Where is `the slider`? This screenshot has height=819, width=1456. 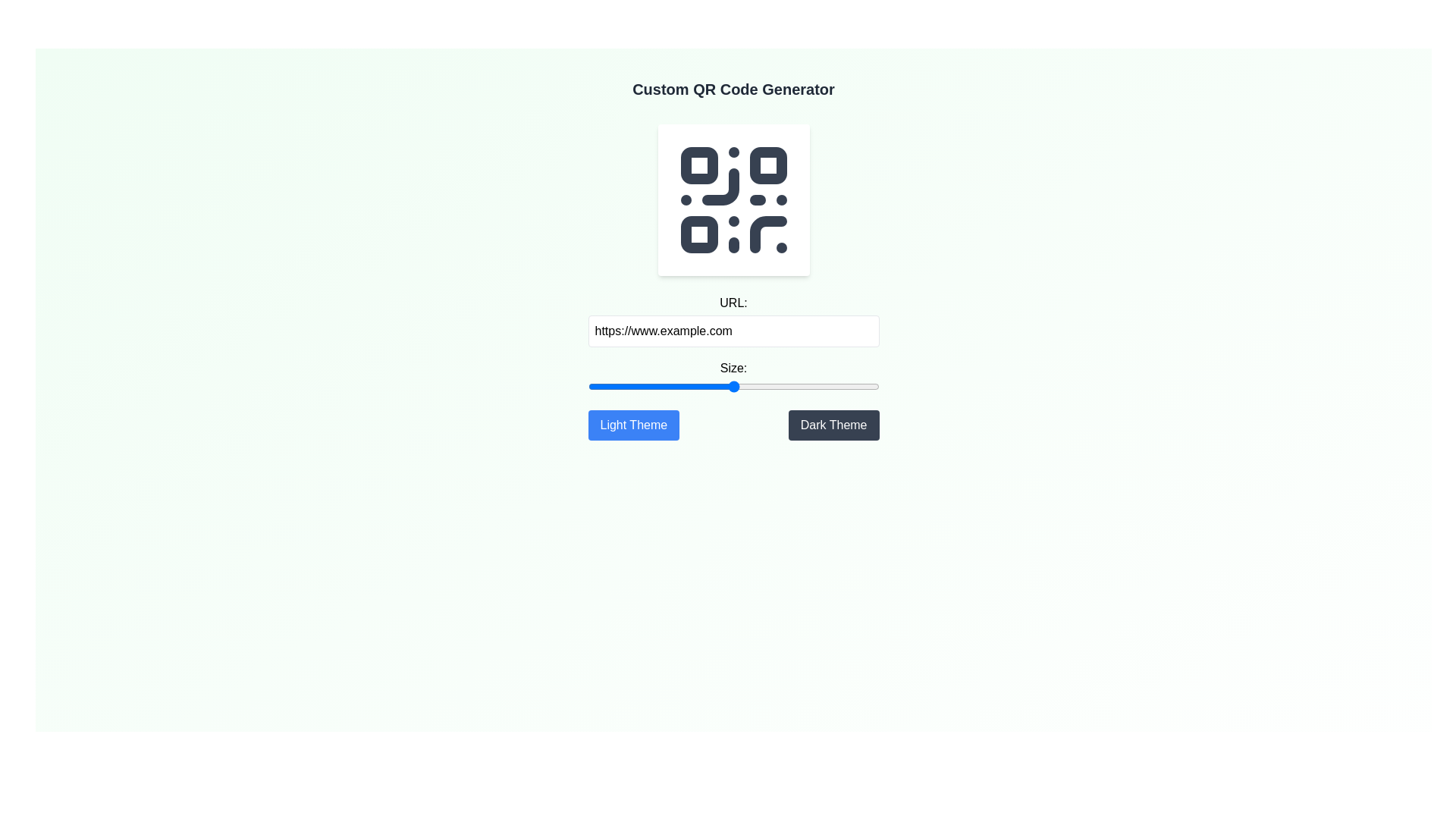
the slider is located at coordinates (704, 385).